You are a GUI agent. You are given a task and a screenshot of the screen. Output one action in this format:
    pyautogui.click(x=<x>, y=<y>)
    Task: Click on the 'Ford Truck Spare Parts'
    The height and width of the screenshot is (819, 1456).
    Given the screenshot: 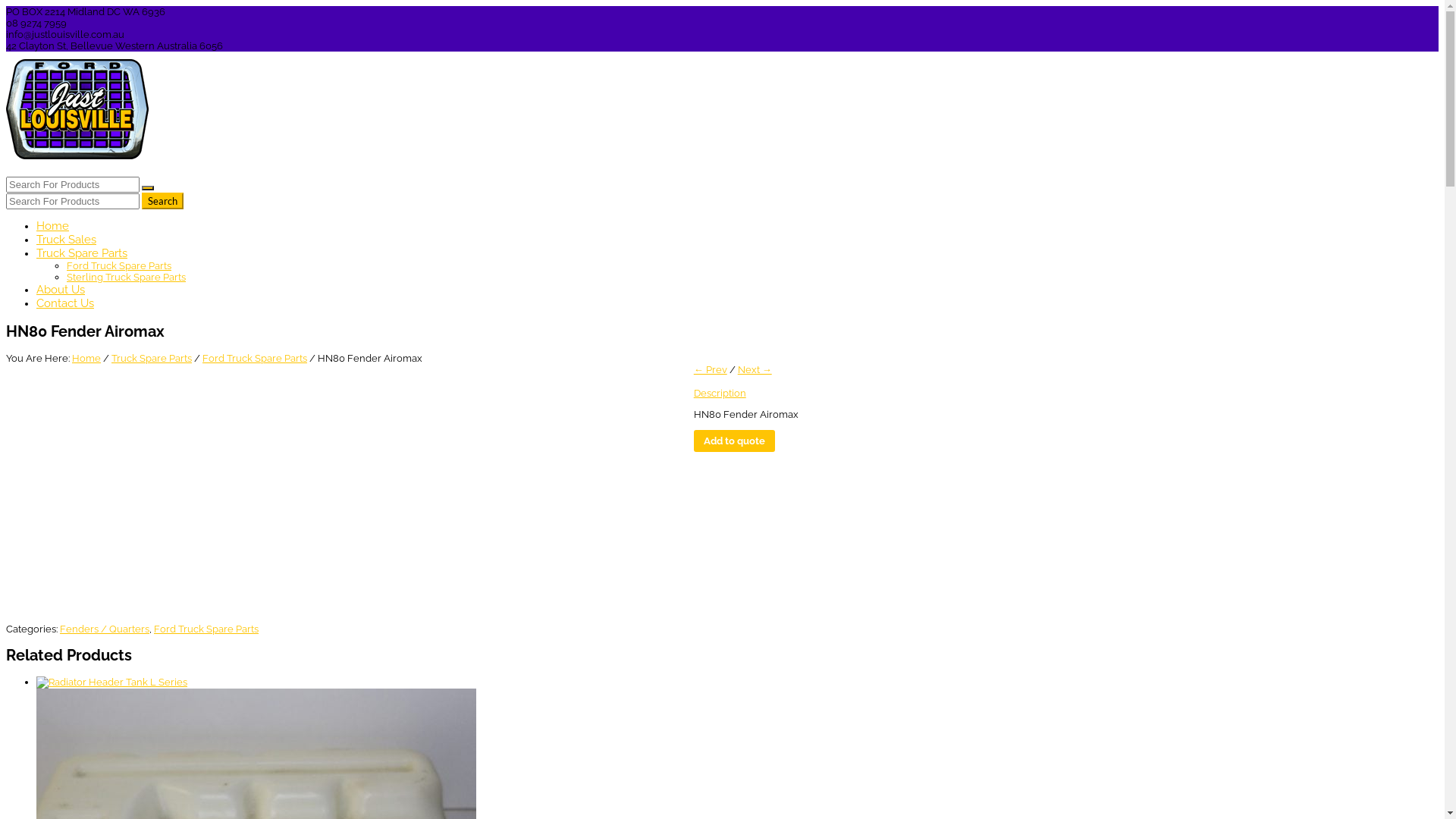 What is the action you would take?
    pyautogui.click(x=206, y=629)
    